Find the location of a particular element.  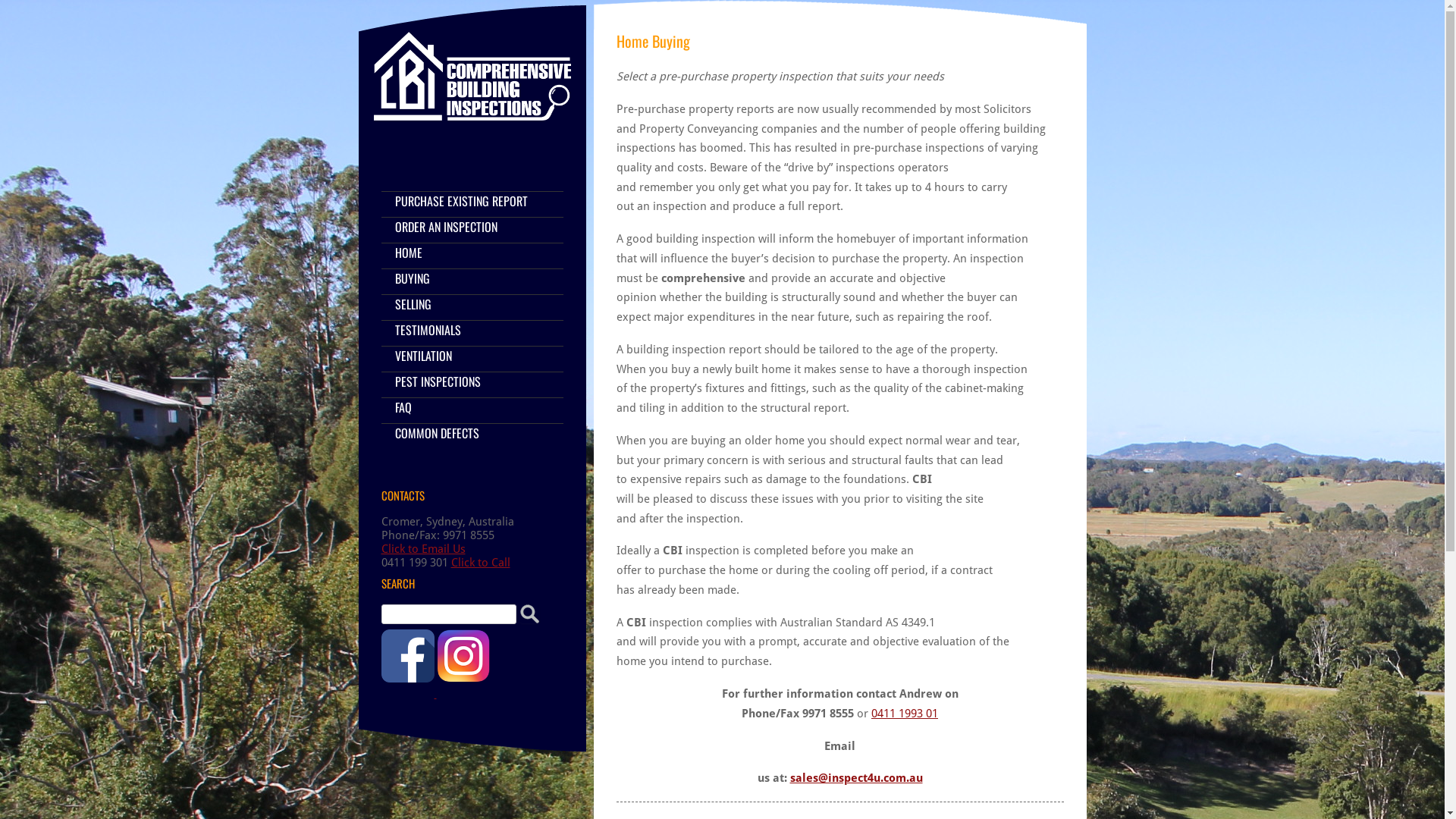

'Search' is located at coordinates (529, 613).